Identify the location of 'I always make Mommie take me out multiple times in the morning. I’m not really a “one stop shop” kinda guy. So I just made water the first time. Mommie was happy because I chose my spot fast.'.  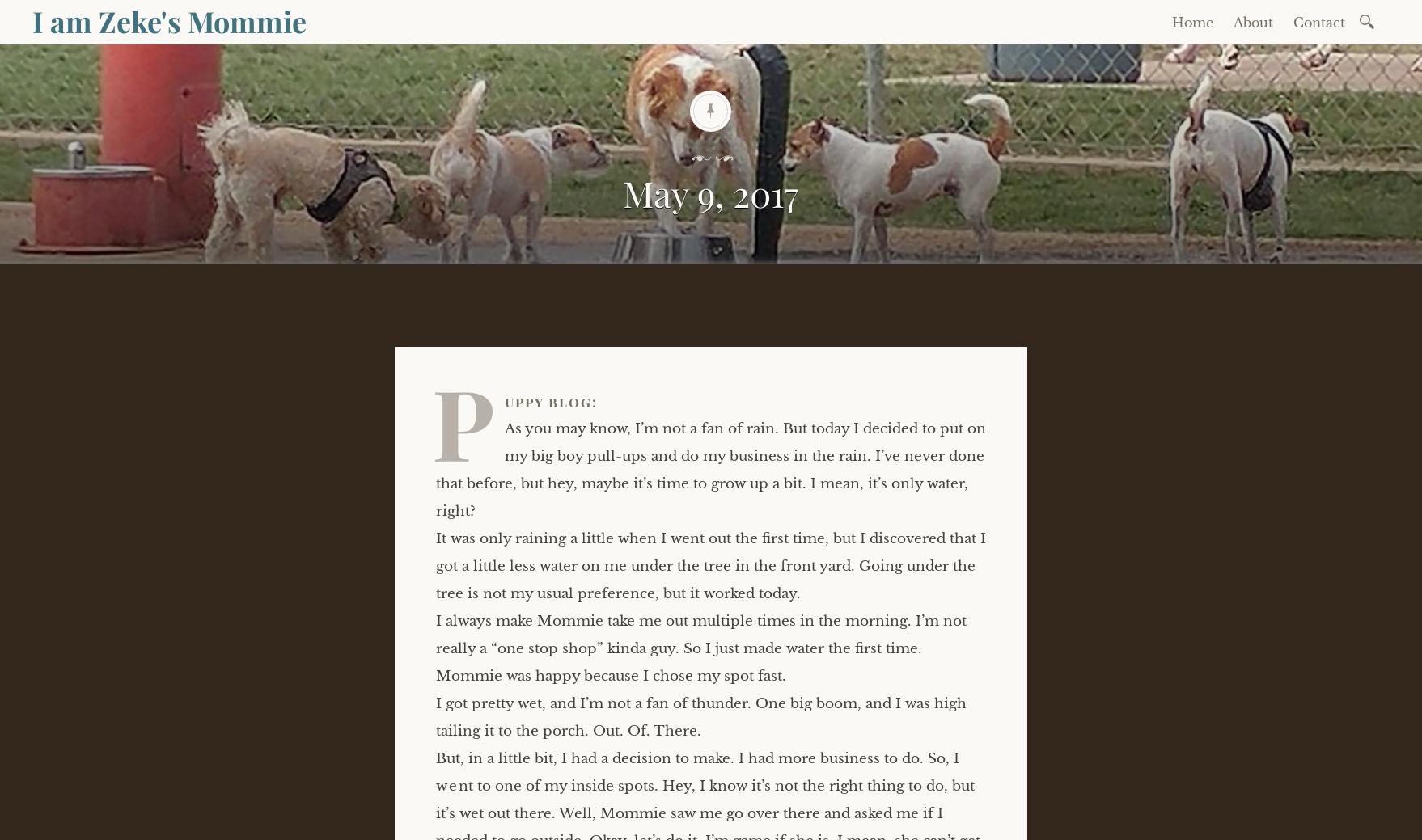
(700, 647).